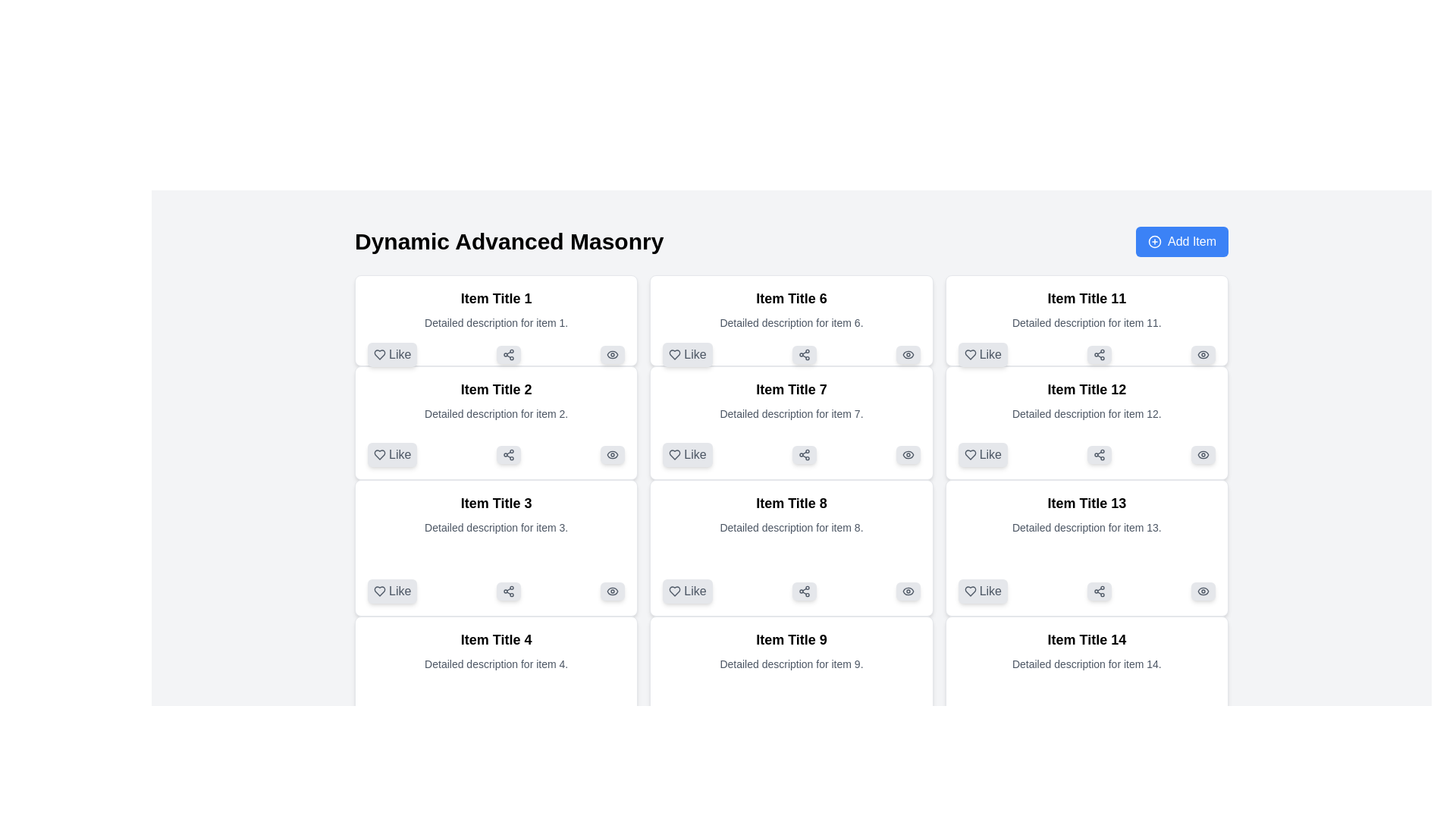 The image size is (1456, 819). I want to click on the heart-shaped 'like' icon with a hollow outline located, so click(674, 454).